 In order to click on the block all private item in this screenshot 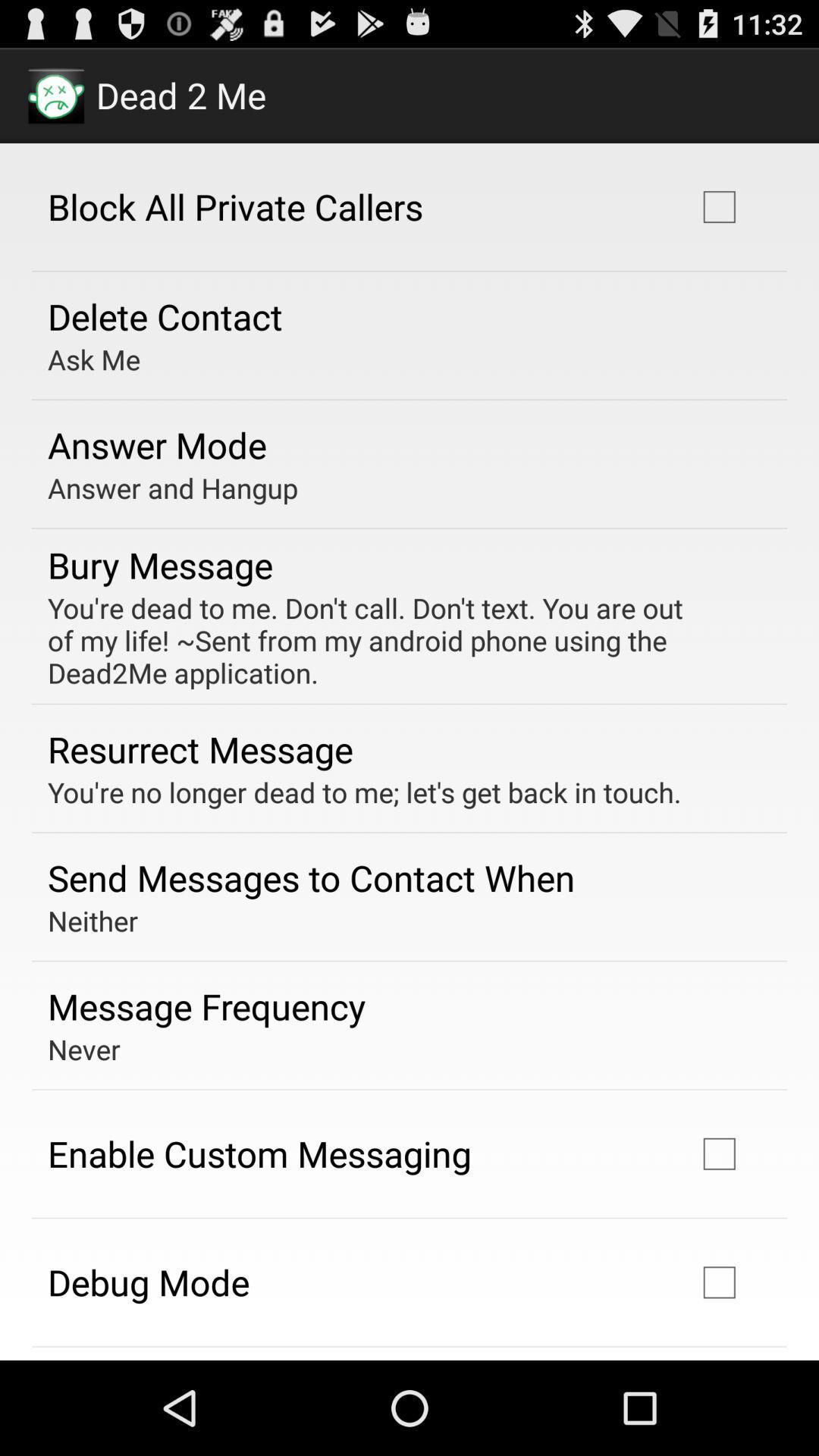, I will do `click(235, 206)`.